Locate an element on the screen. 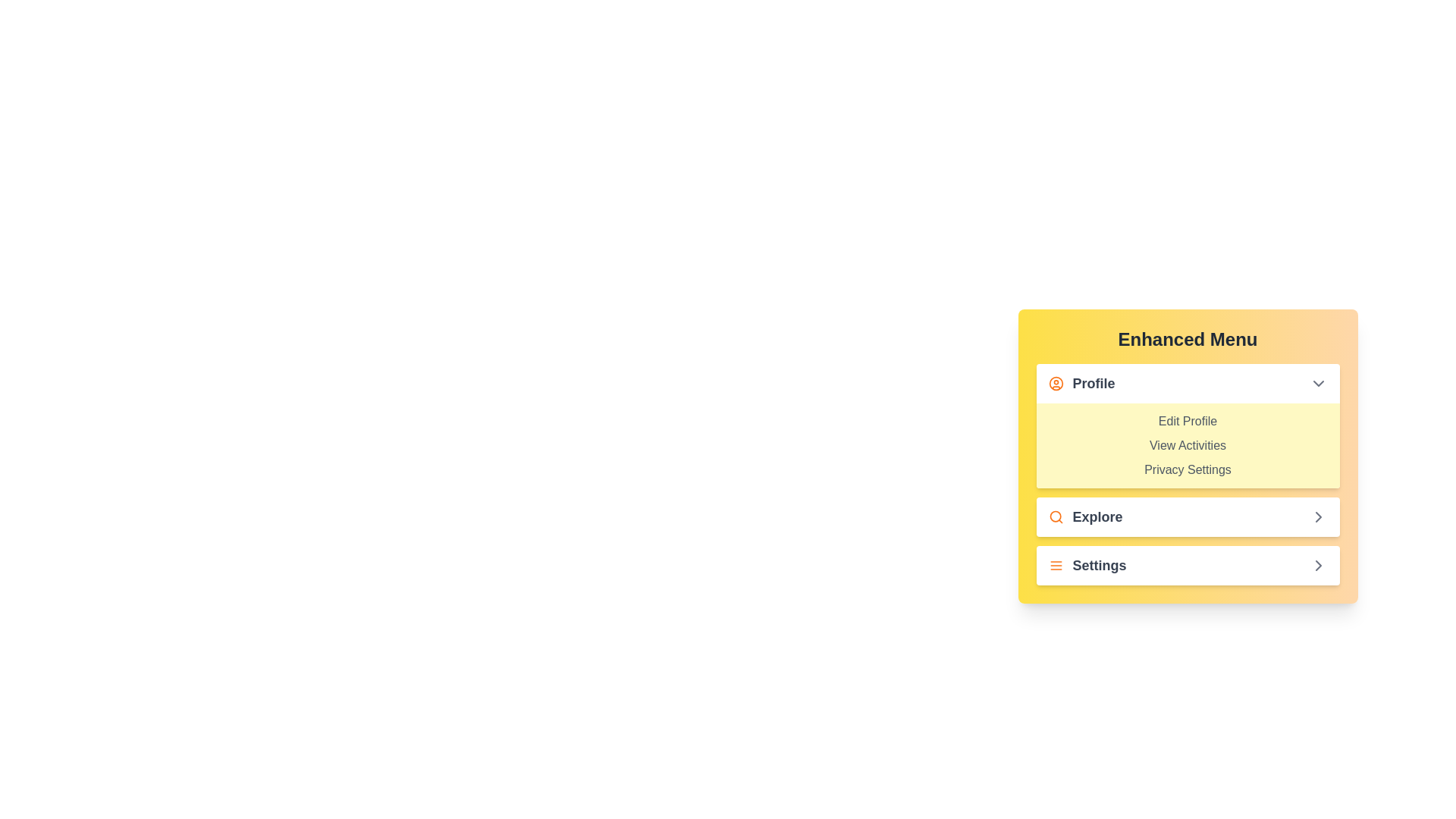 Image resolution: width=1456 pixels, height=819 pixels. the 'Explore' menu option located in the Enhanced Menu, which is the second item below 'Profile' and above 'Settings' is located at coordinates (1084, 516).